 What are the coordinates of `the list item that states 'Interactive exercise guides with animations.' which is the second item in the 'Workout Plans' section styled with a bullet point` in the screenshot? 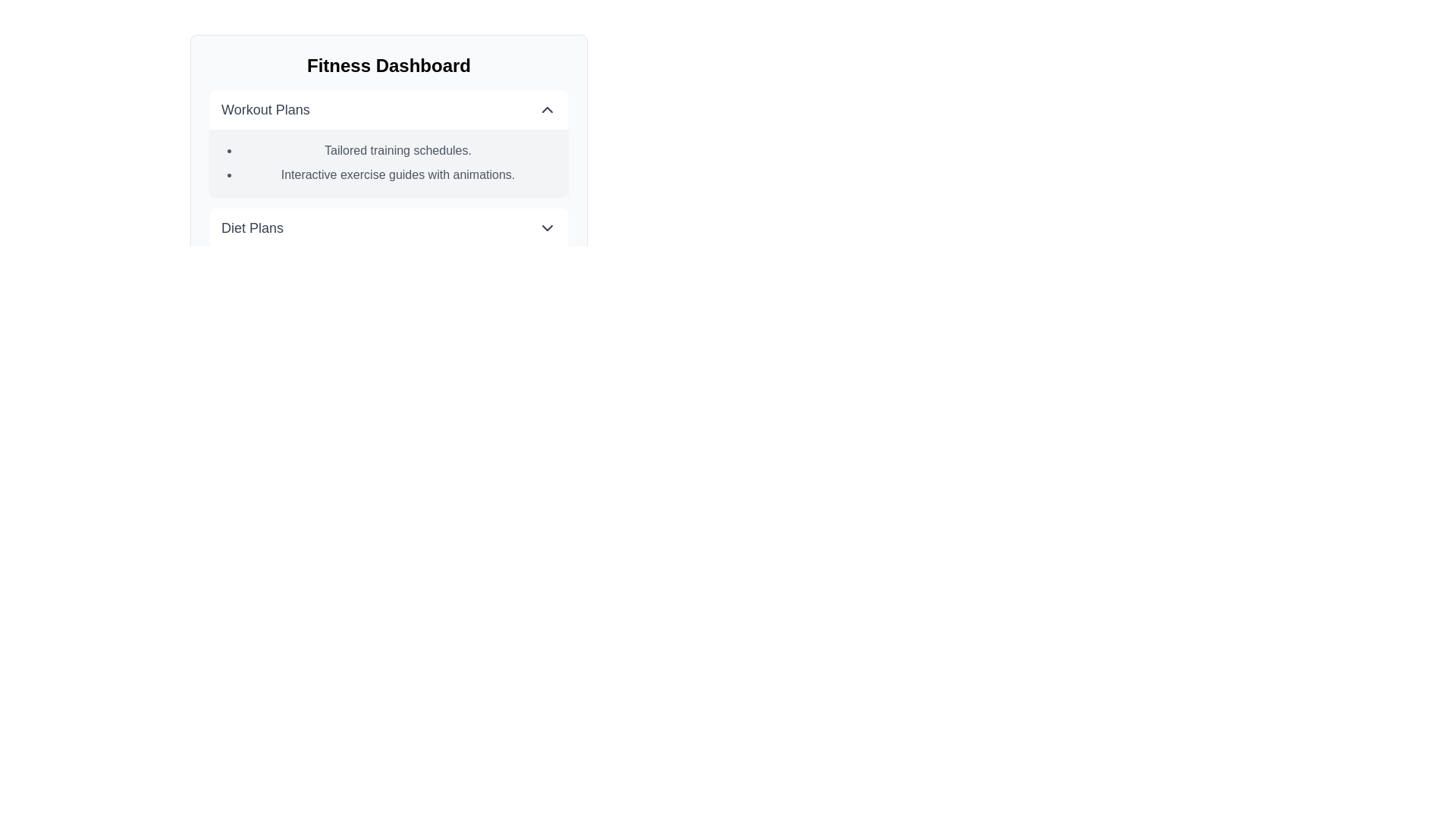 It's located at (397, 174).